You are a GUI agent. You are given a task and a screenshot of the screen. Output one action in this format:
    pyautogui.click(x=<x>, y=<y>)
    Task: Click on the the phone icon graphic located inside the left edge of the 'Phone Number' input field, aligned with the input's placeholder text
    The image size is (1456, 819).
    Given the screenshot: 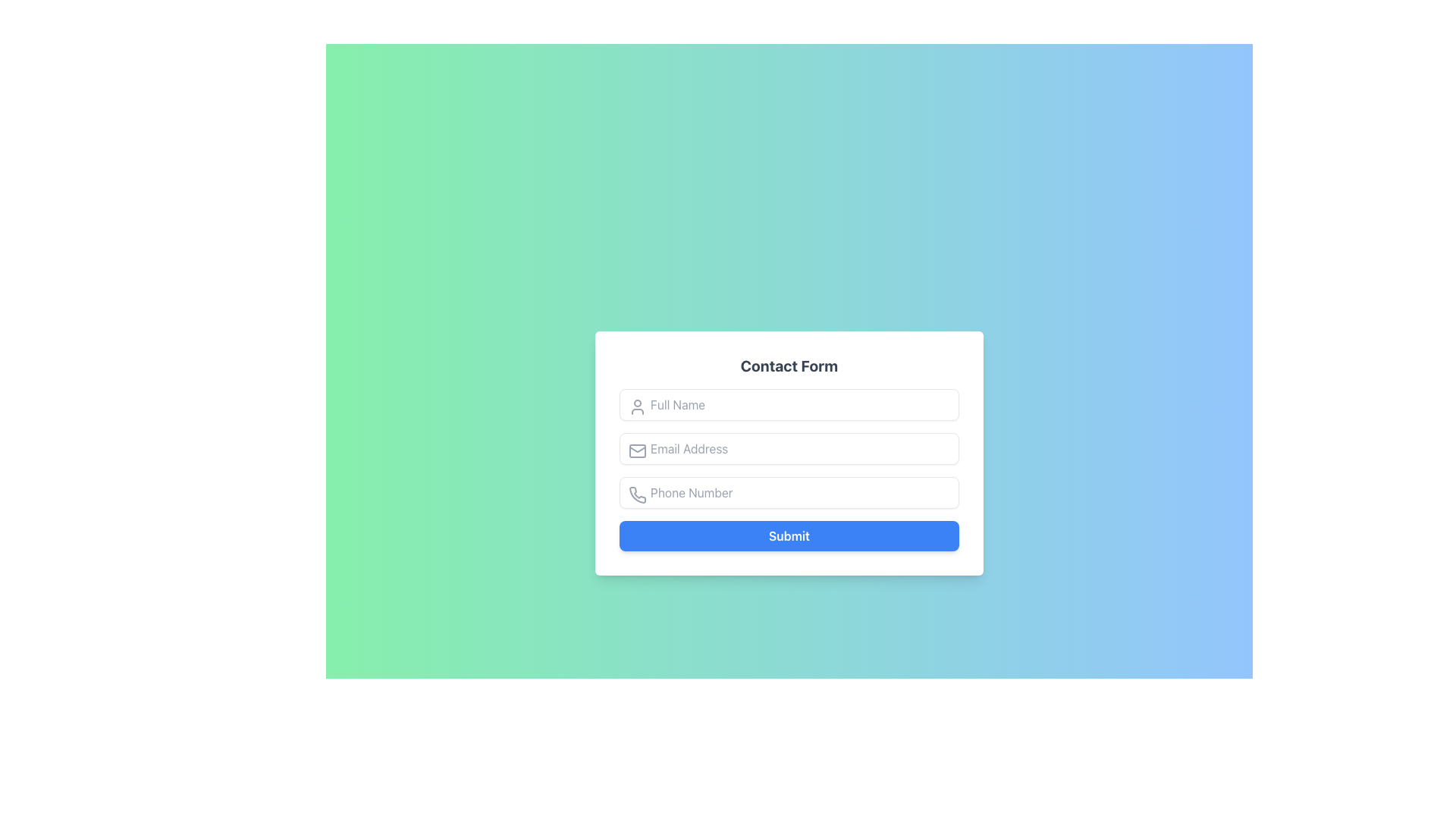 What is the action you would take?
    pyautogui.click(x=638, y=494)
    